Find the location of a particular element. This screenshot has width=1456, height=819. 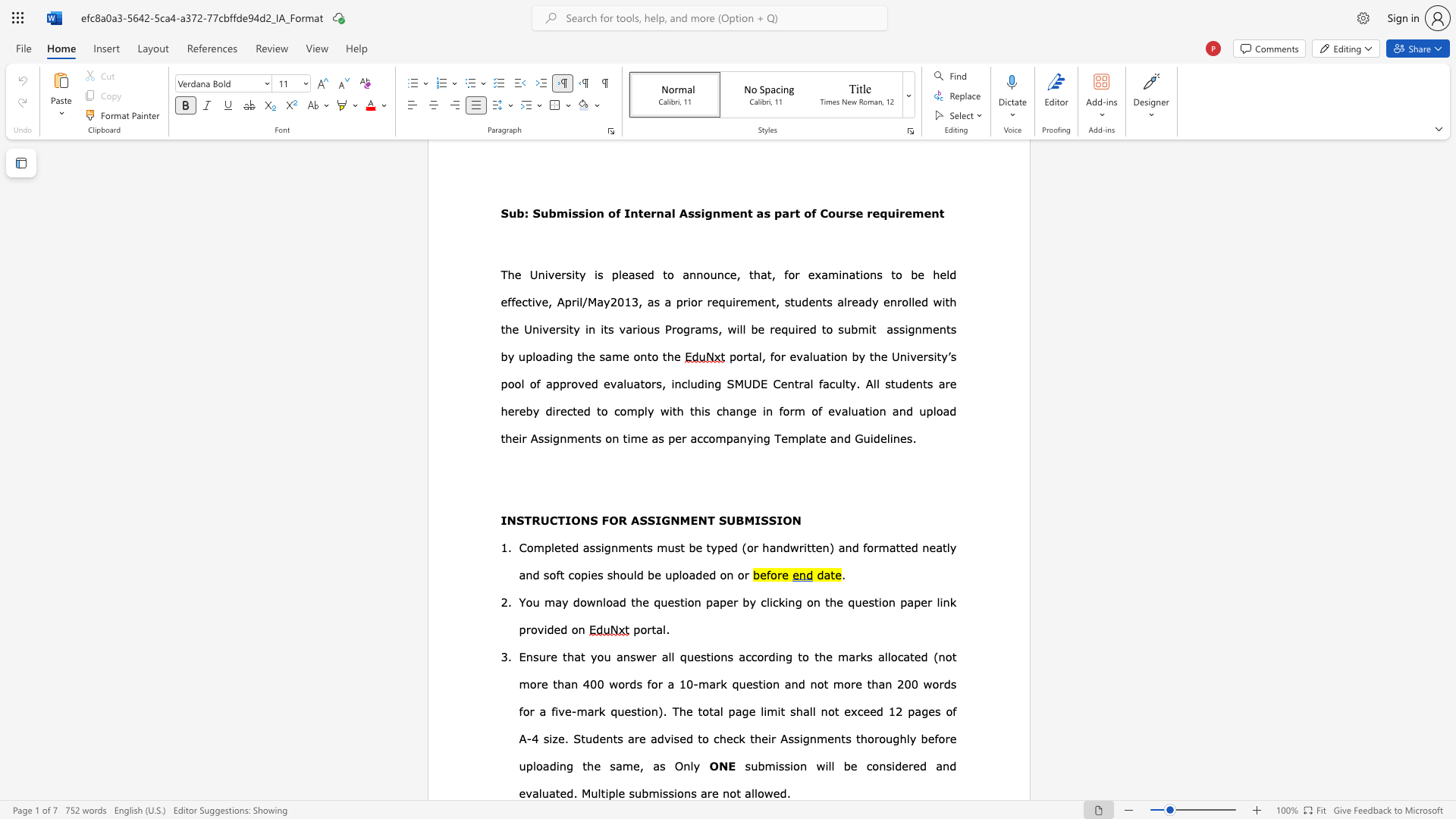

the subset text "le submissions are not allowed." within the text "Multiple submissions are not allowed." is located at coordinates (615, 792).